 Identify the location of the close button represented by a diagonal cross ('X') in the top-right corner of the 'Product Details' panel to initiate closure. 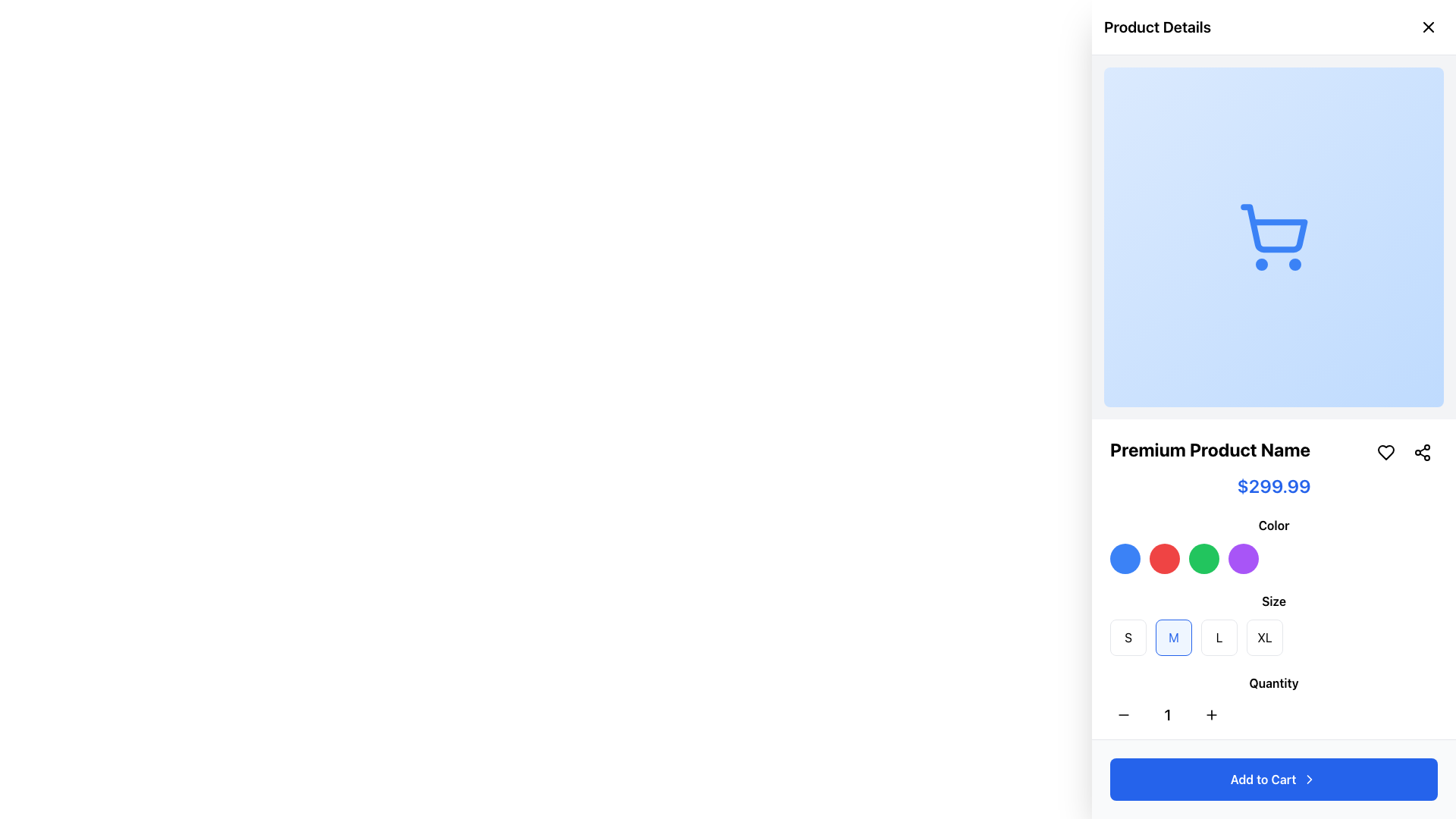
(1427, 27).